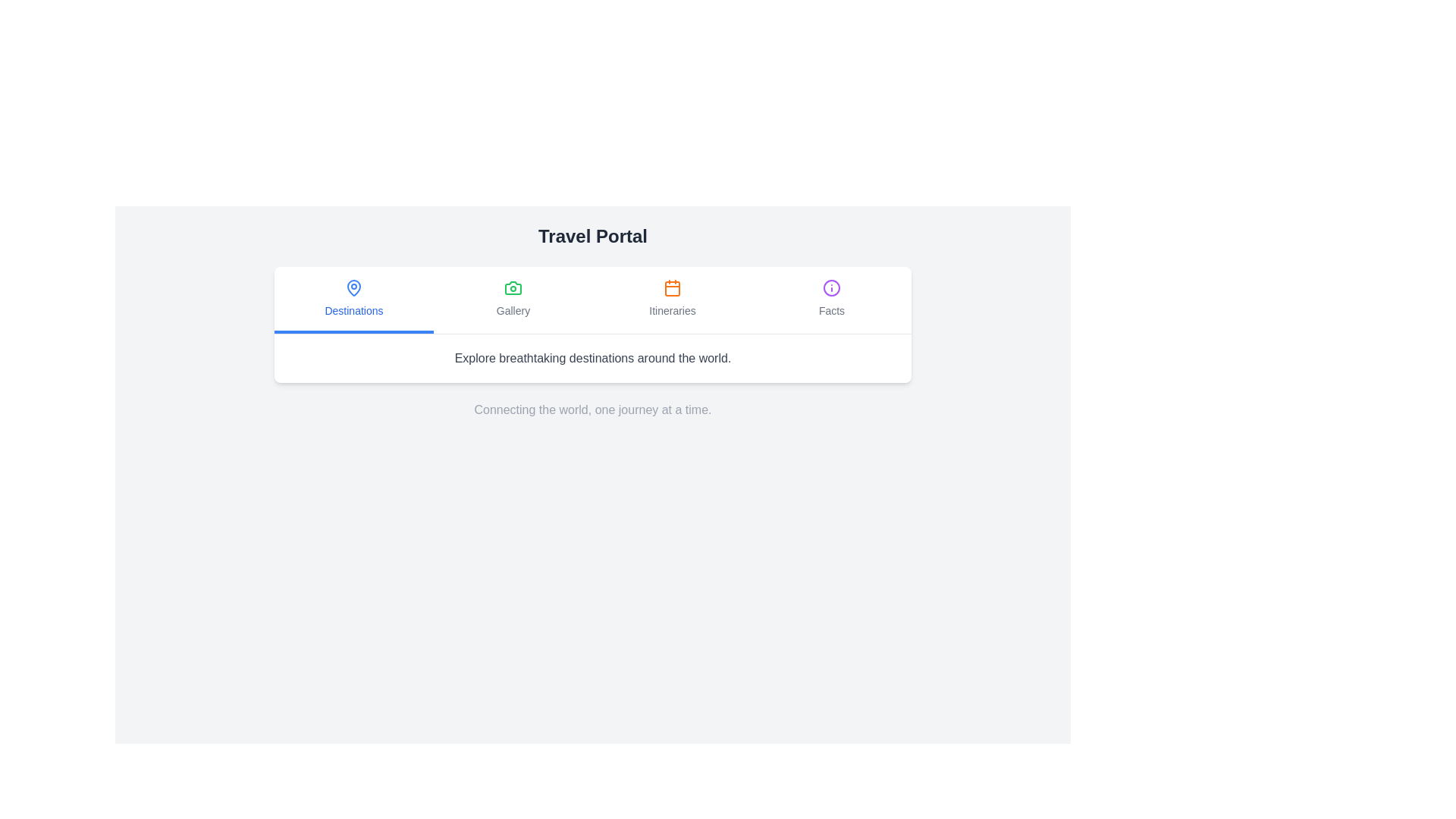 The width and height of the screenshot is (1456, 819). Describe the element at coordinates (592, 409) in the screenshot. I see `the static text component located beneath the section describing breathtaking destinations` at that location.